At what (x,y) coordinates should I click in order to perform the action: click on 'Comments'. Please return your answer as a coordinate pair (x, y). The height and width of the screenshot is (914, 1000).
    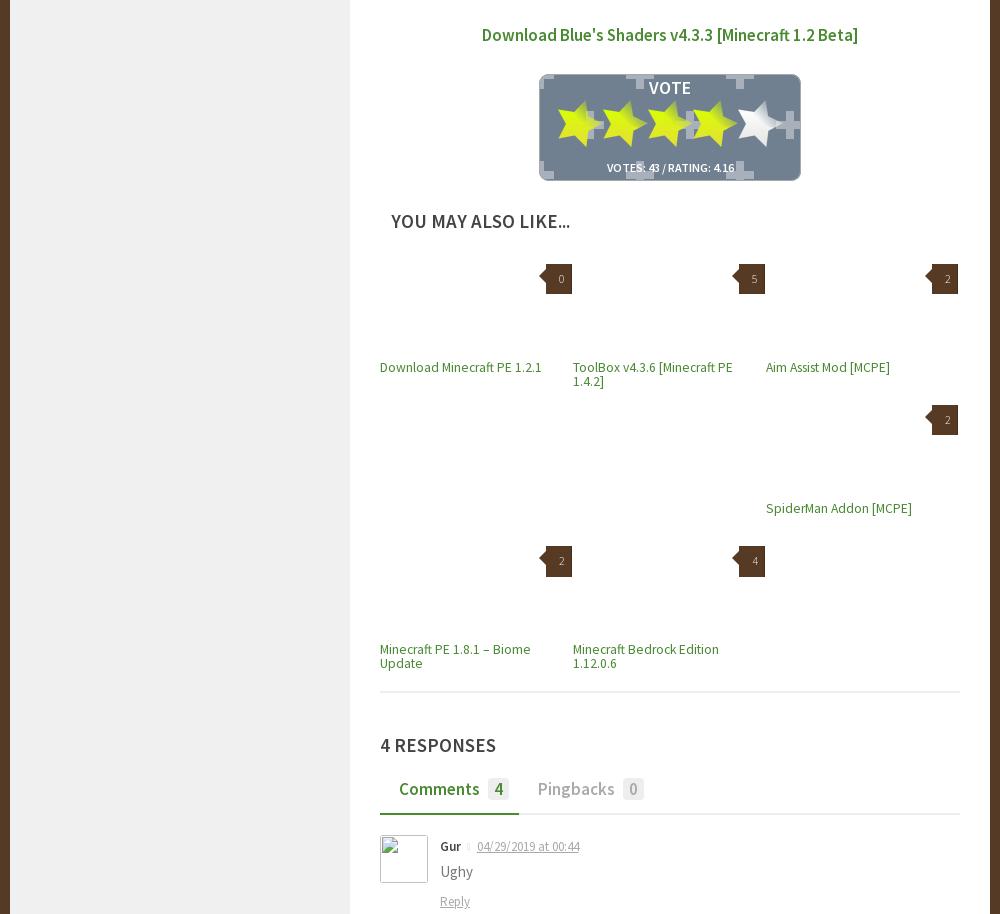
    Looking at the image, I should click on (438, 787).